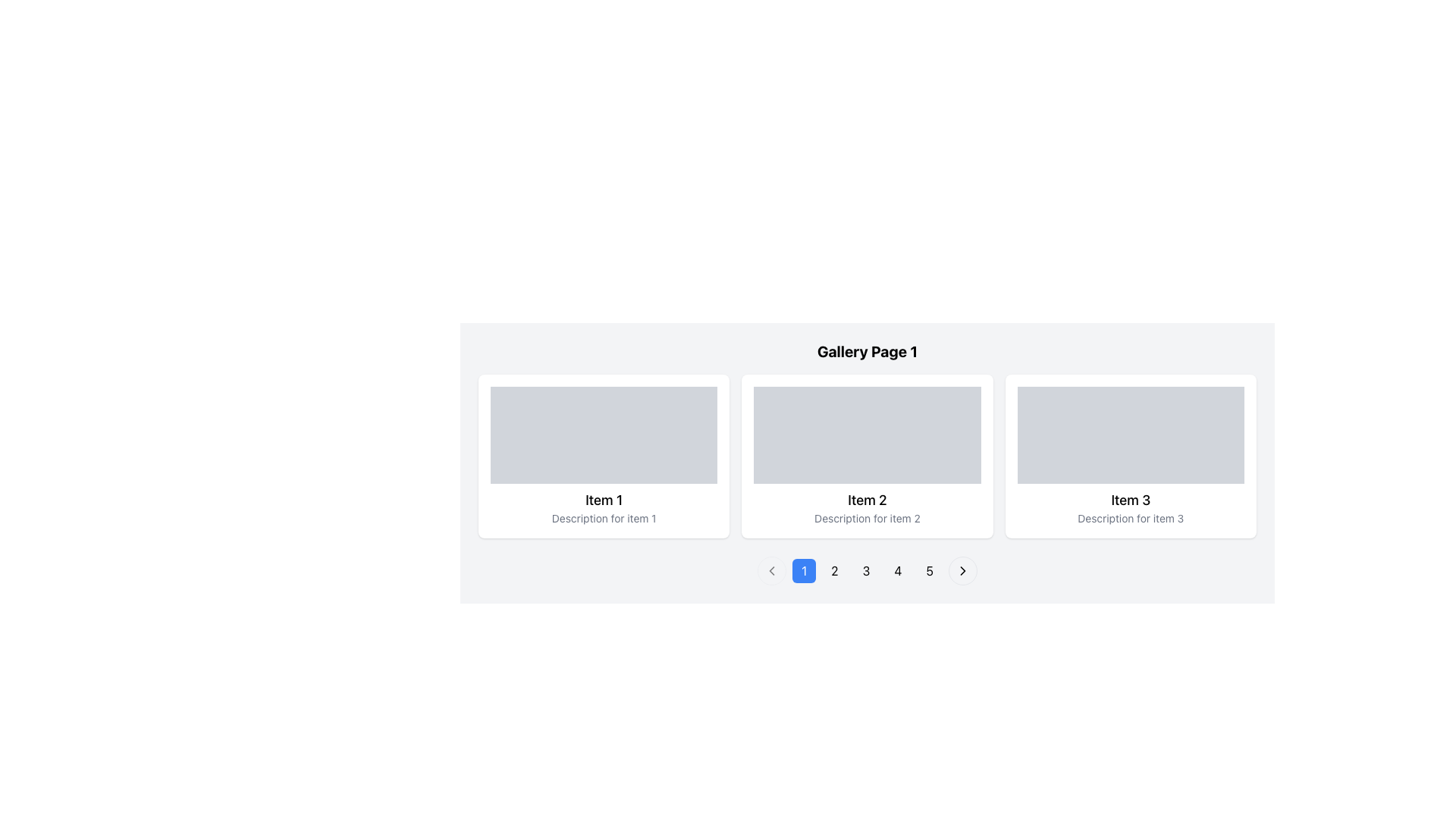 The height and width of the screenshot is (819, 1456). Describe the element at coordinates (772, 570) in the screenshot. I see `the previous page button located in the leftmost position of the pagination bar` at that location.